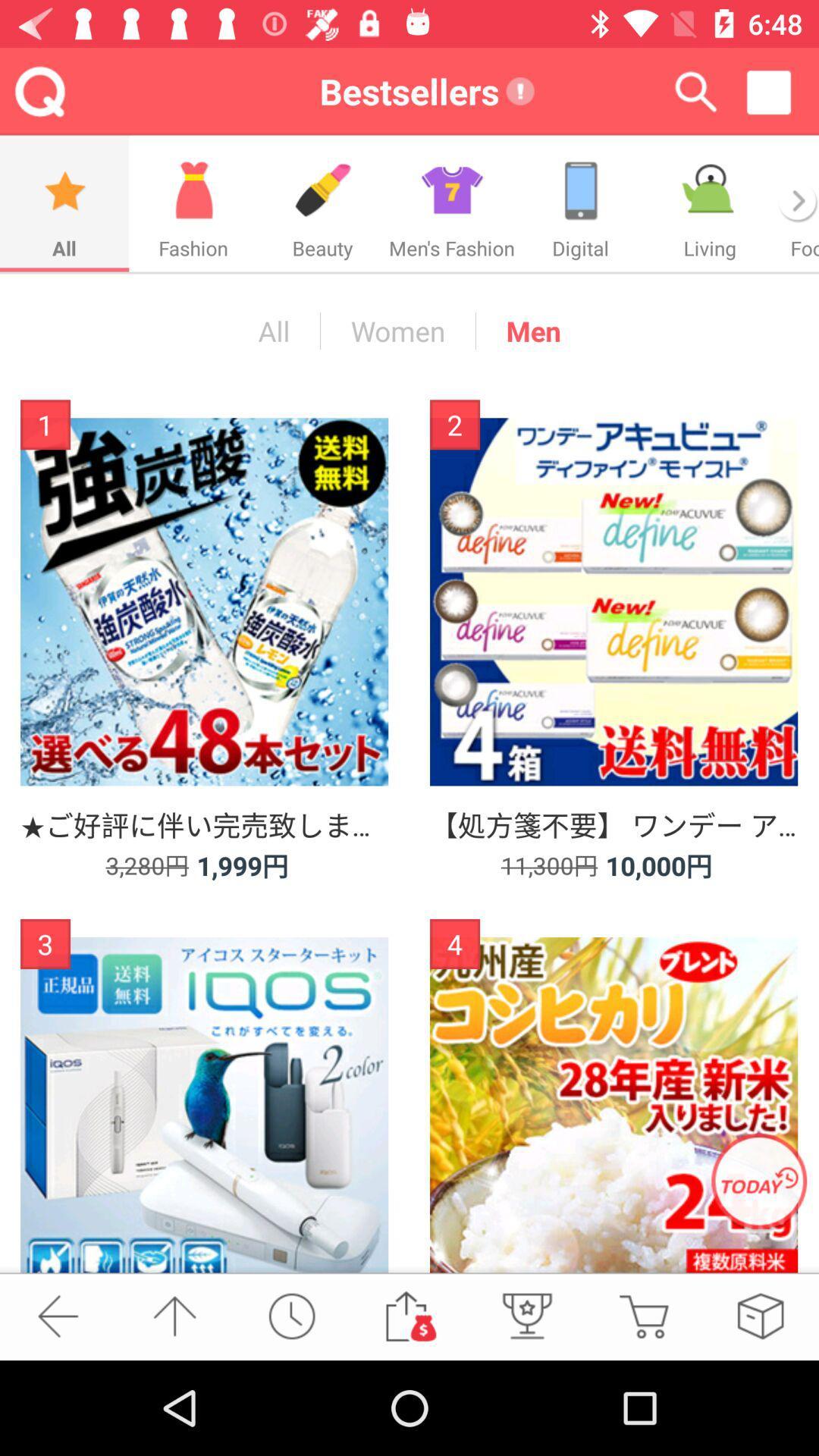 This screenshot has height=1456, width=819. What do you see at coordinates (174, 1315) in the screenshot?
I see `the arrow_upward icon` at bounding box center [174, 1315].